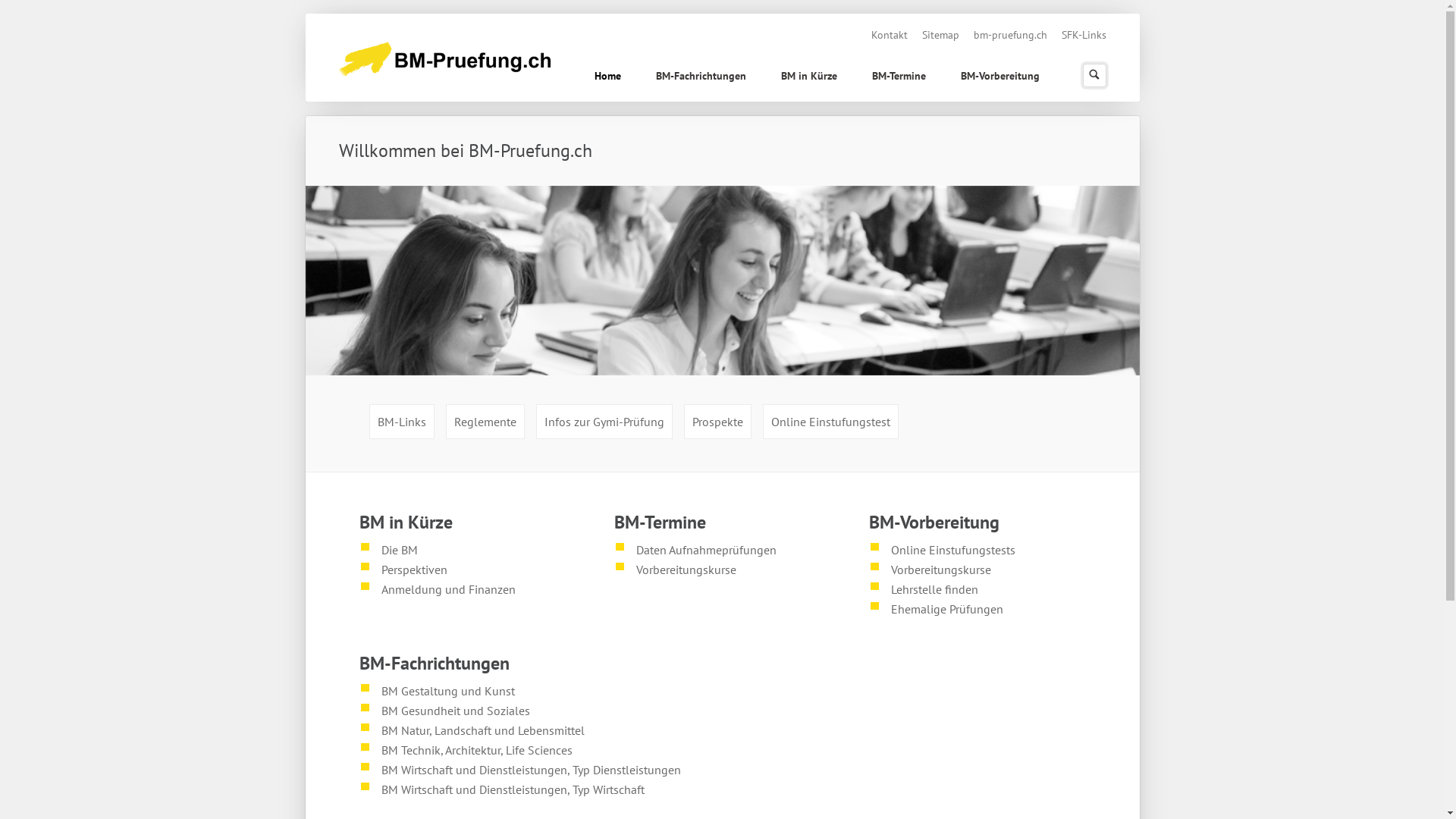 The width and height of the screenshot is (1456, 819). Describe the element at coordinates (381, 730) in the screenshot. I see `'BM Natur, Landschaft und Lebensmittel'` at that location.